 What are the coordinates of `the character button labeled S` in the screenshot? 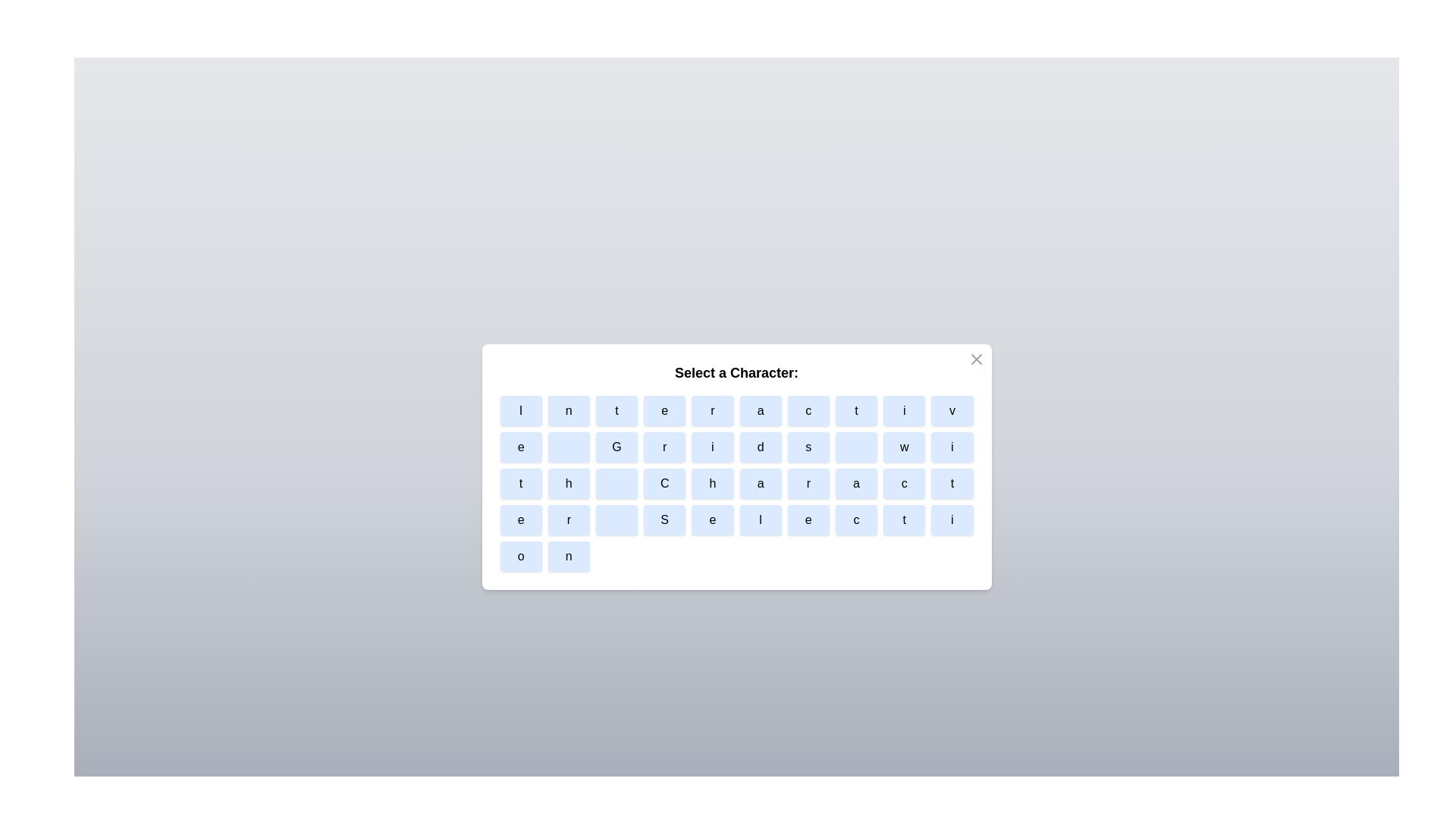 It's located at (664, 519).